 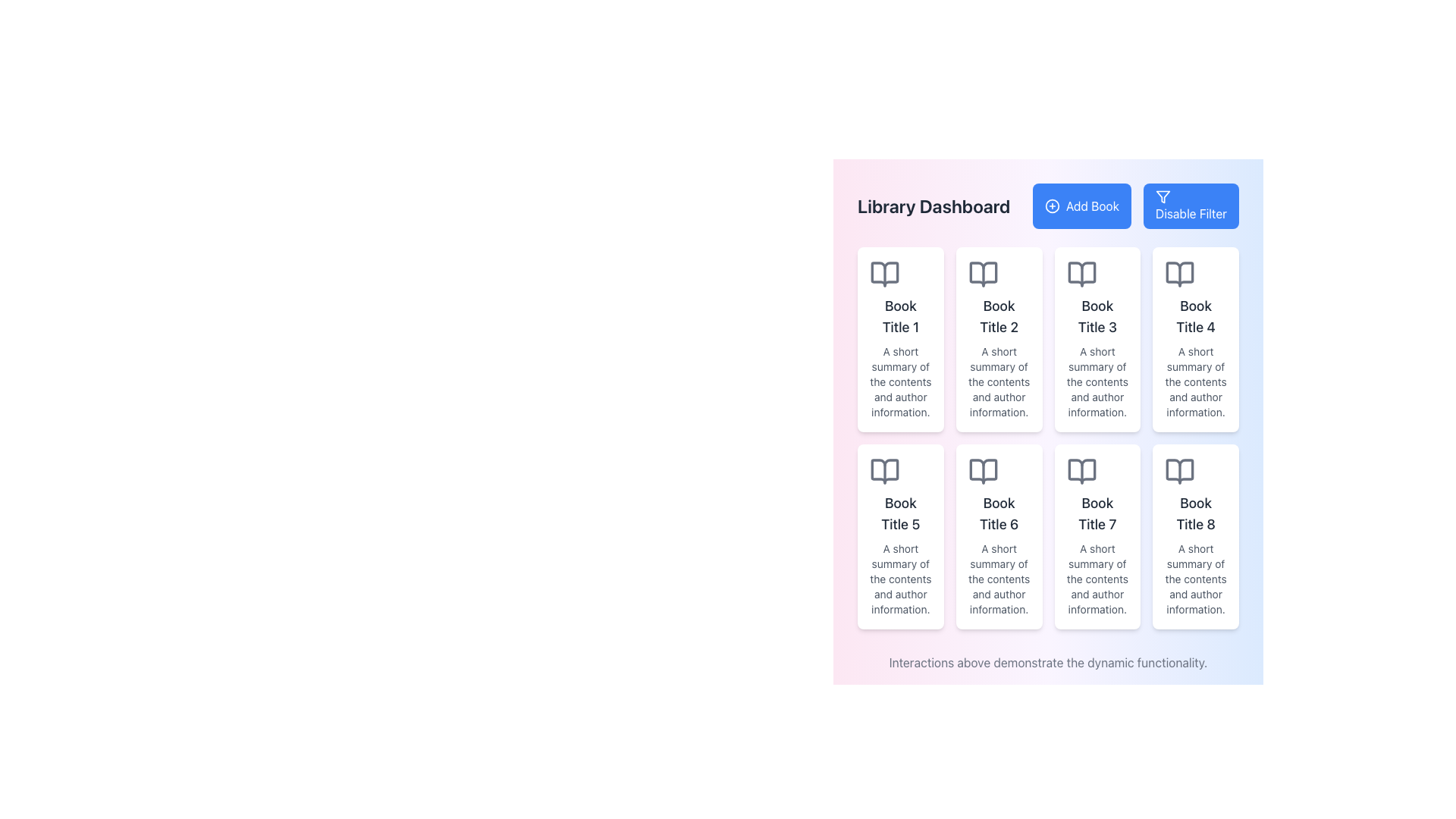 What do you see at coordinates (983, 470) in the screenshot?
I see `the decorative book icon located at the top of the 'Book Title 6' card in the second row, third column of the dashboard grid layout` at bounding box center [983, 470].